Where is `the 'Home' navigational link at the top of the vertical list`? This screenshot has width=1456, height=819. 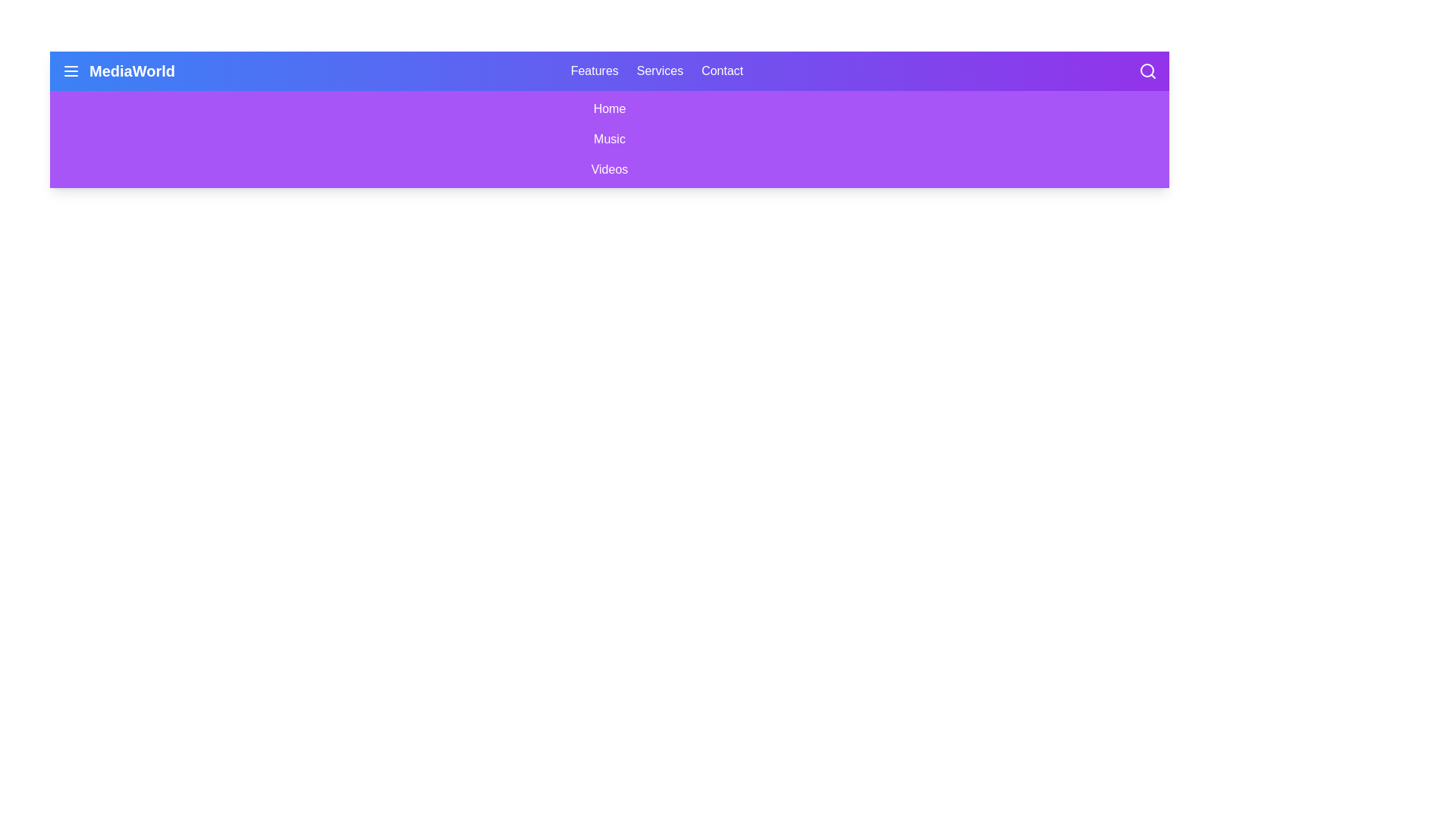
the 'Home' navigational link at the top of the vertical list is located at coordinates (610, 108).